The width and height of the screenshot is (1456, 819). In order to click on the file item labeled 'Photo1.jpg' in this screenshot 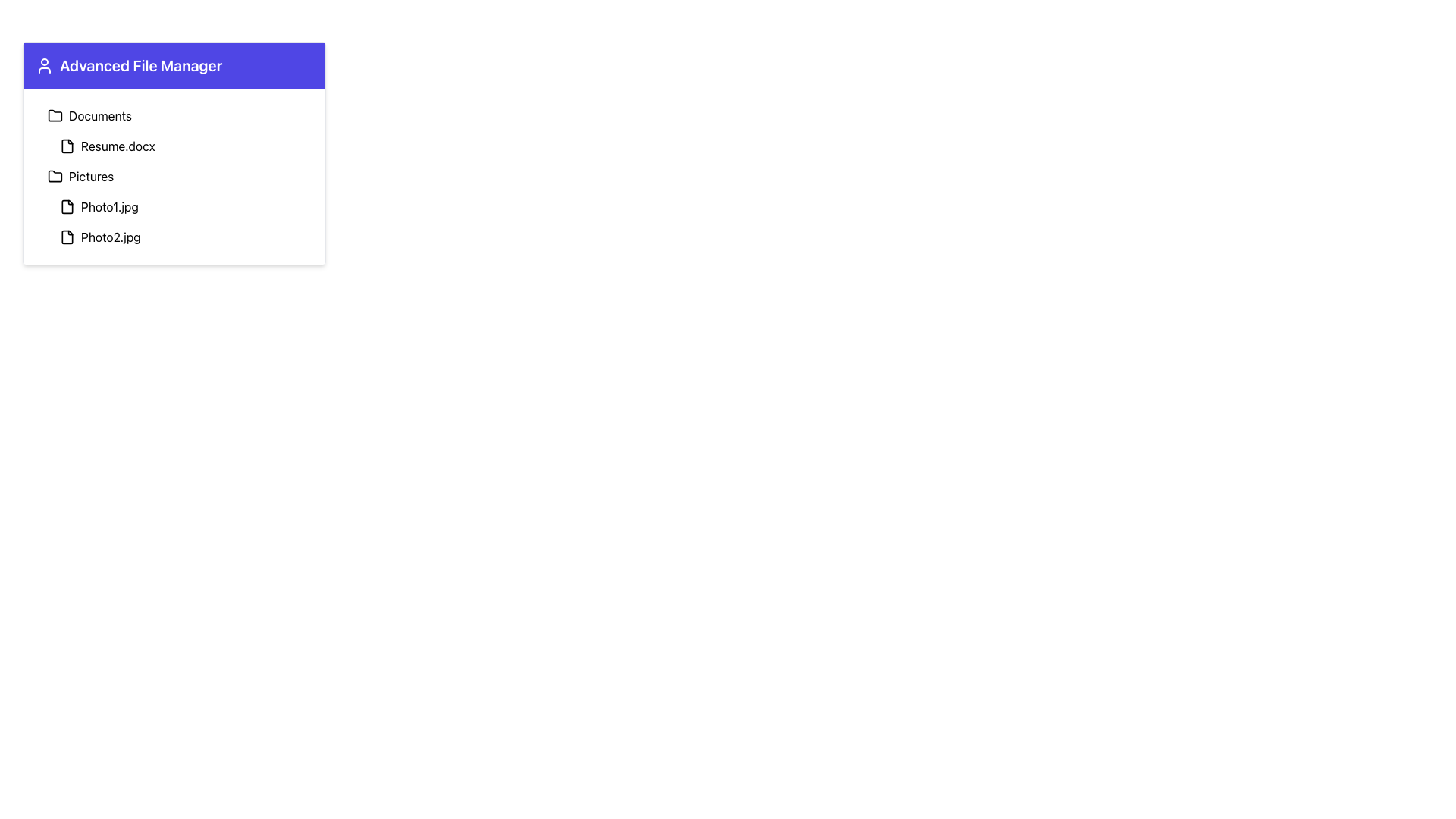, I will do `click(180, 207)`.